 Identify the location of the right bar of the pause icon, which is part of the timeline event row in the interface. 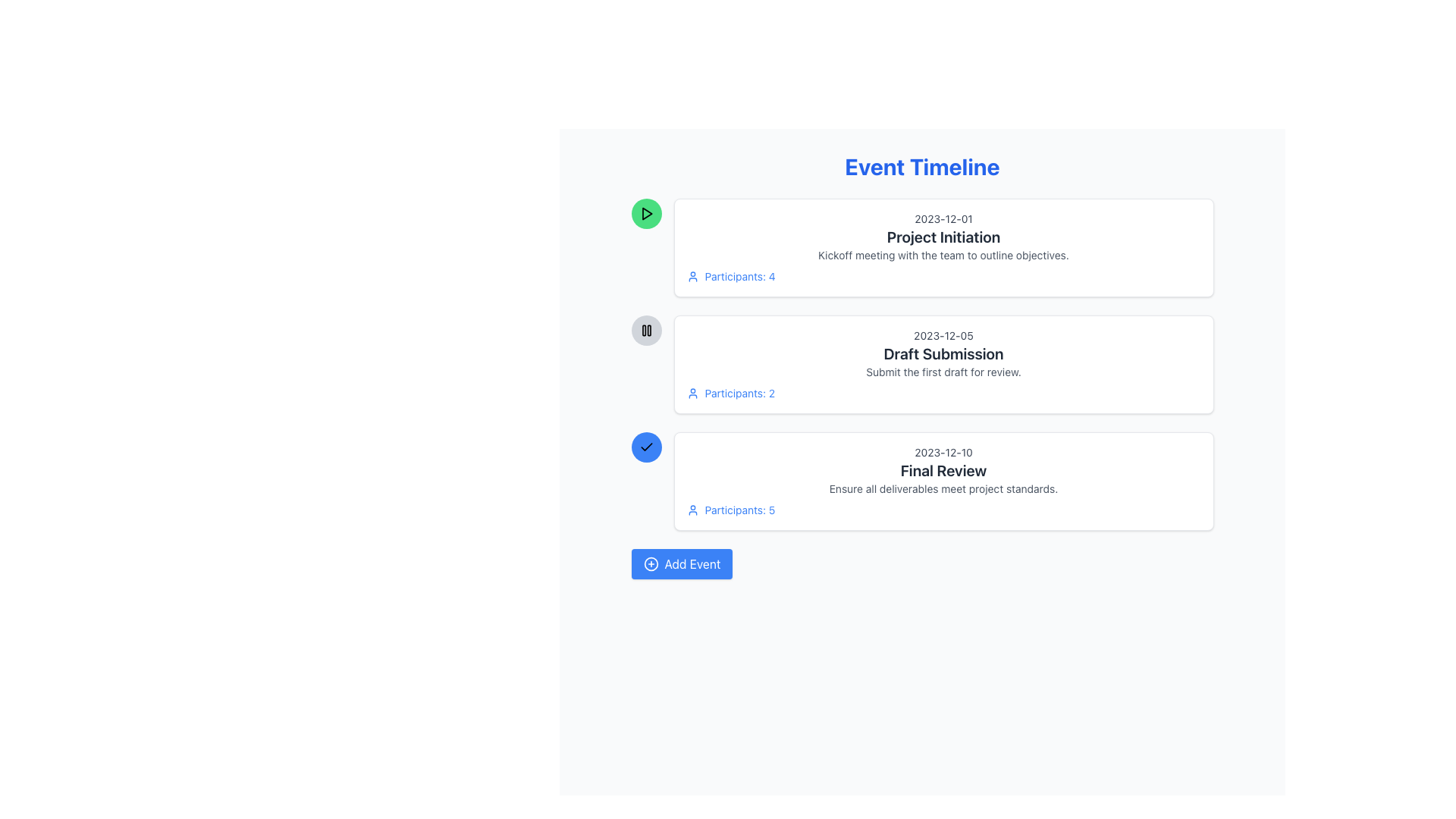
(648, 329).